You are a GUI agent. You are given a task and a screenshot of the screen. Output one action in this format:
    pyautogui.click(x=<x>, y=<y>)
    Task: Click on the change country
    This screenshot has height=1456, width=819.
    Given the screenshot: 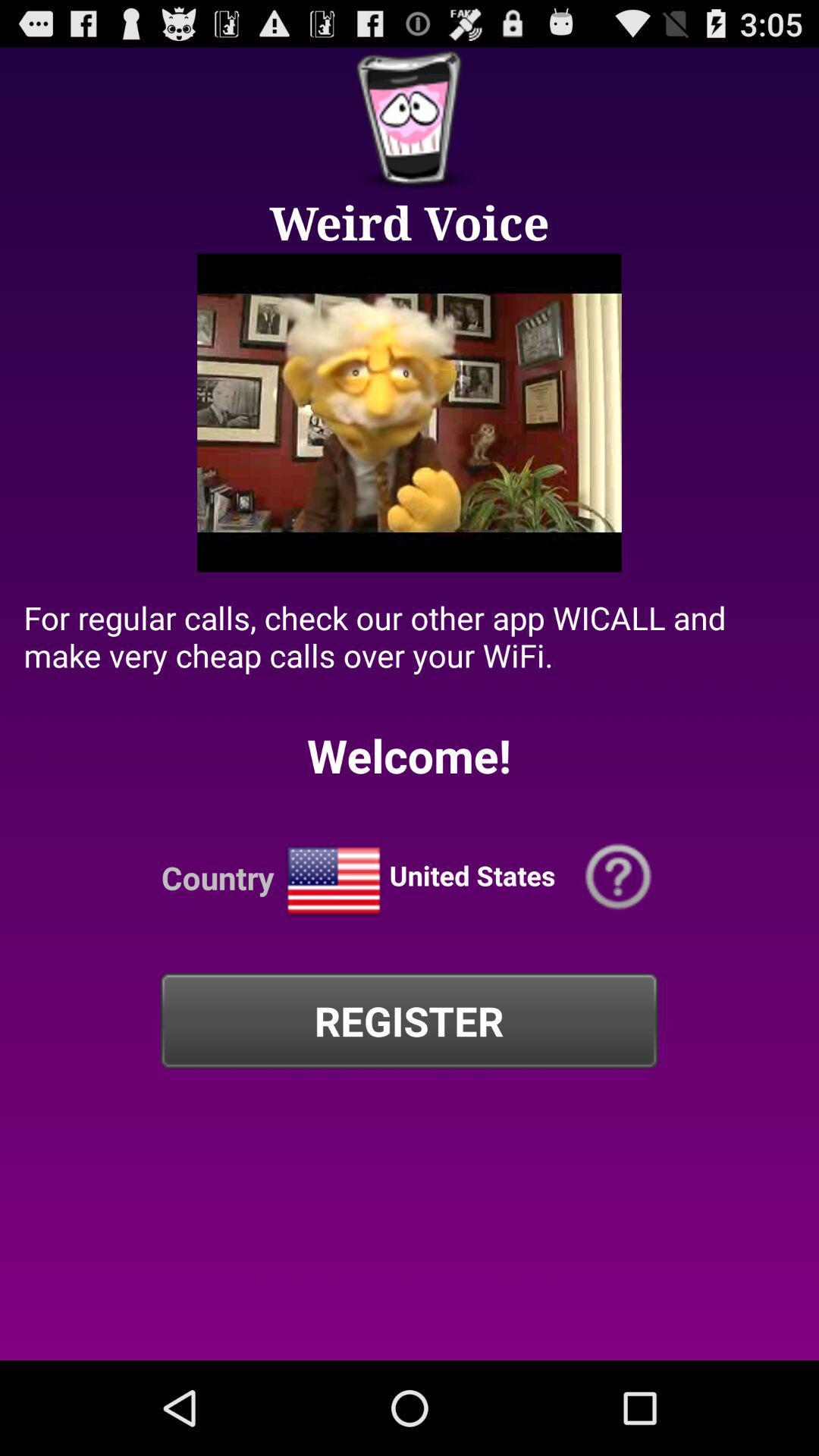 What is the action you would take?
    pyautogui.click(x=333, y=881)
    